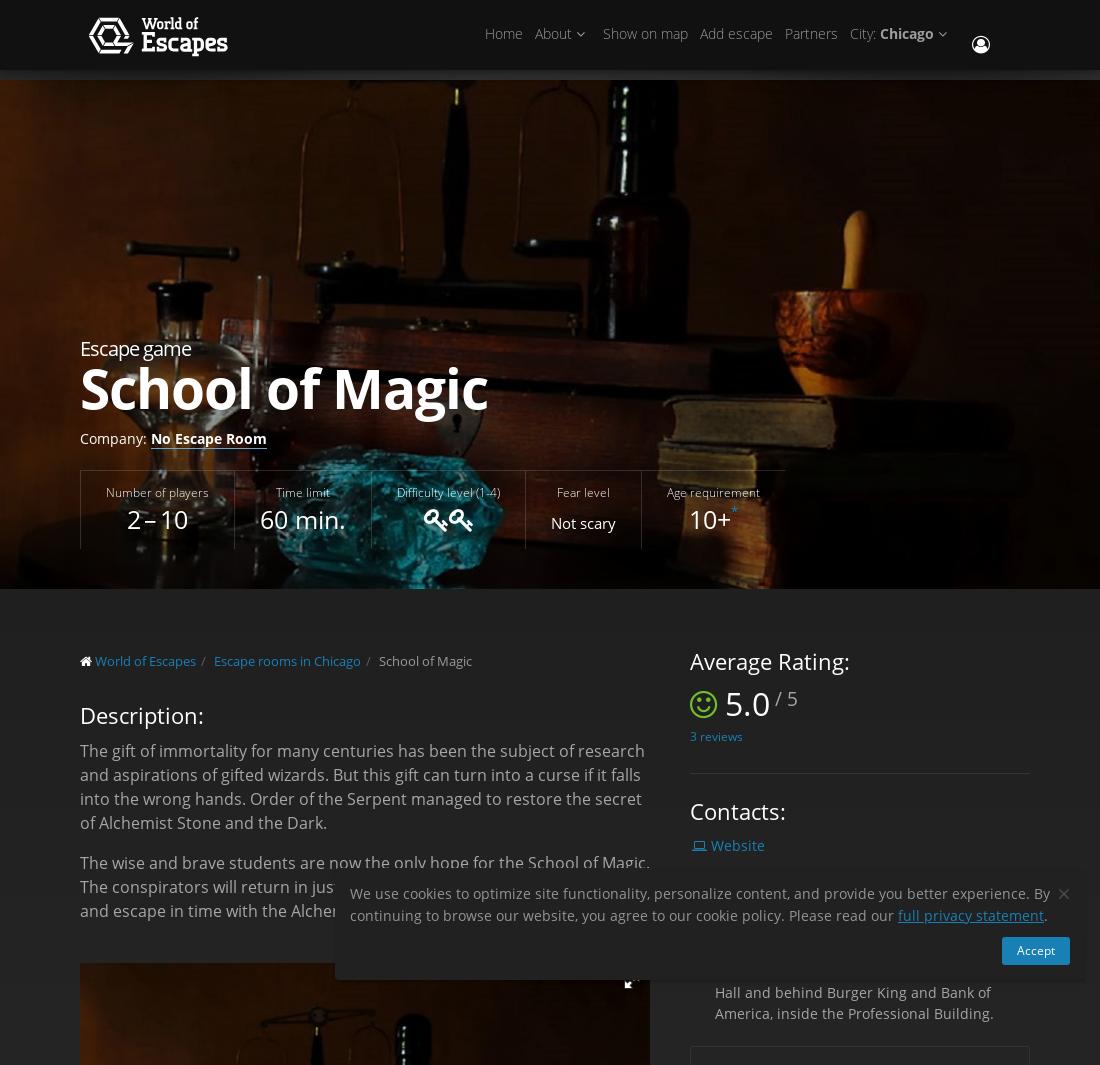 This screenshot has width=1100, height=1065. Describe the element at coordinates (447, 490) in the screenshot. I see `'Difficulty level (1-4)'` at that location.